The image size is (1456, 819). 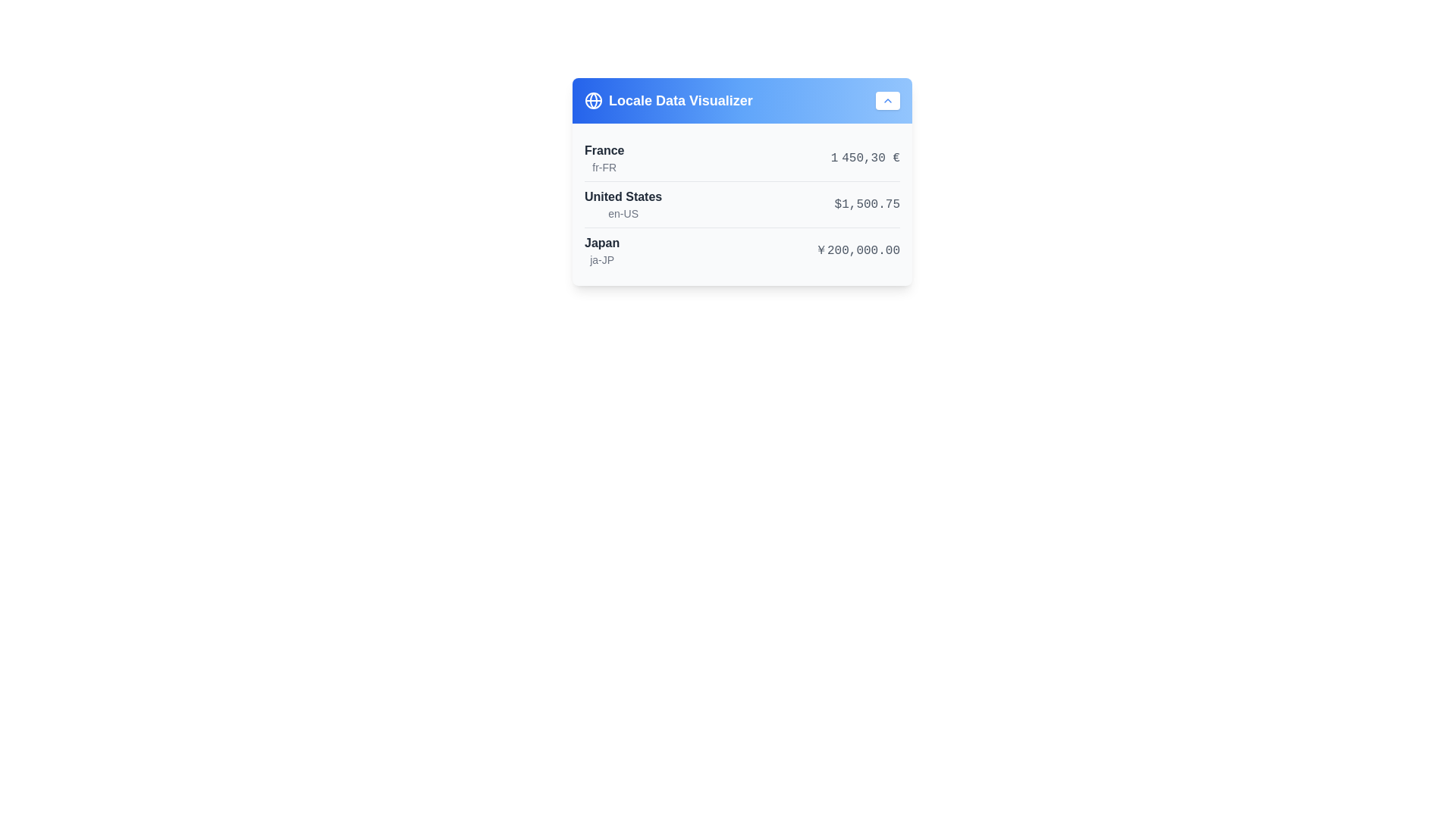 I want to click on text label displaying 'ja-JP' located below the 'Japan' label in the Locale Data Visualizer interface, so click(x=601, y=259).